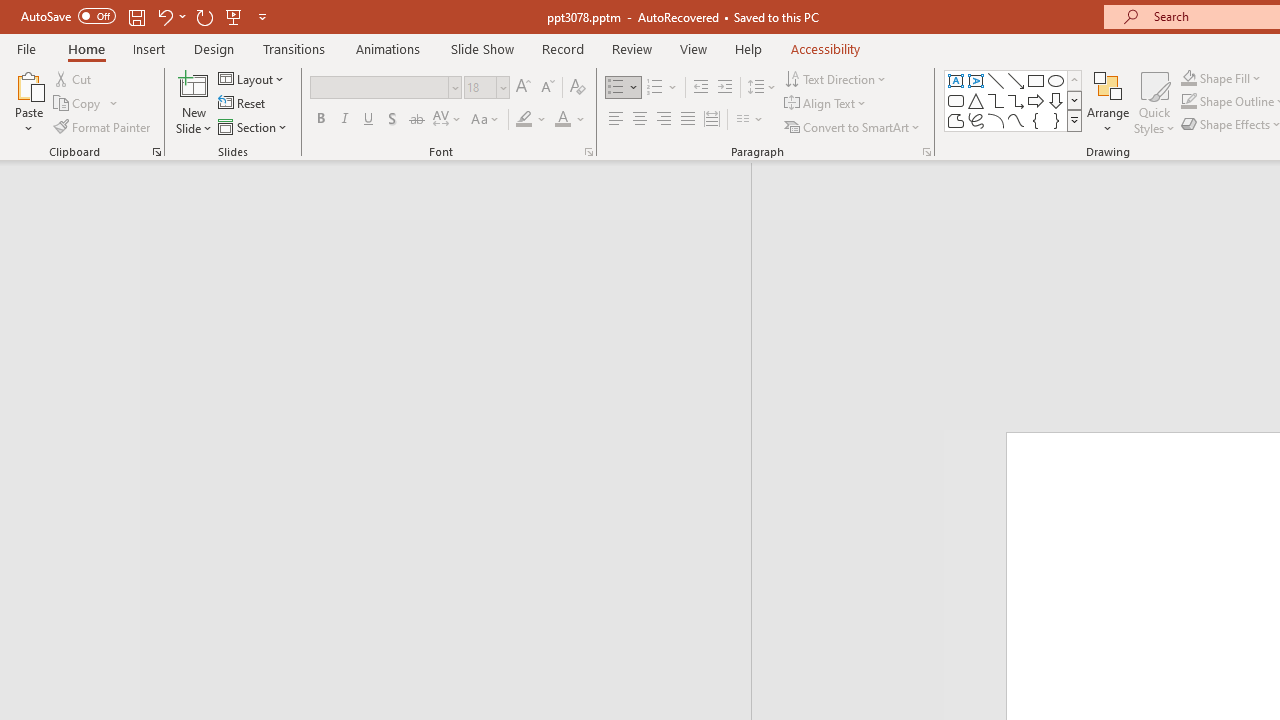 The width and height of the screenshot is (1280, 720). Describe the element at coordinates (576, 86) in the screenshot. I see `'Clear Formatting'` at that location.